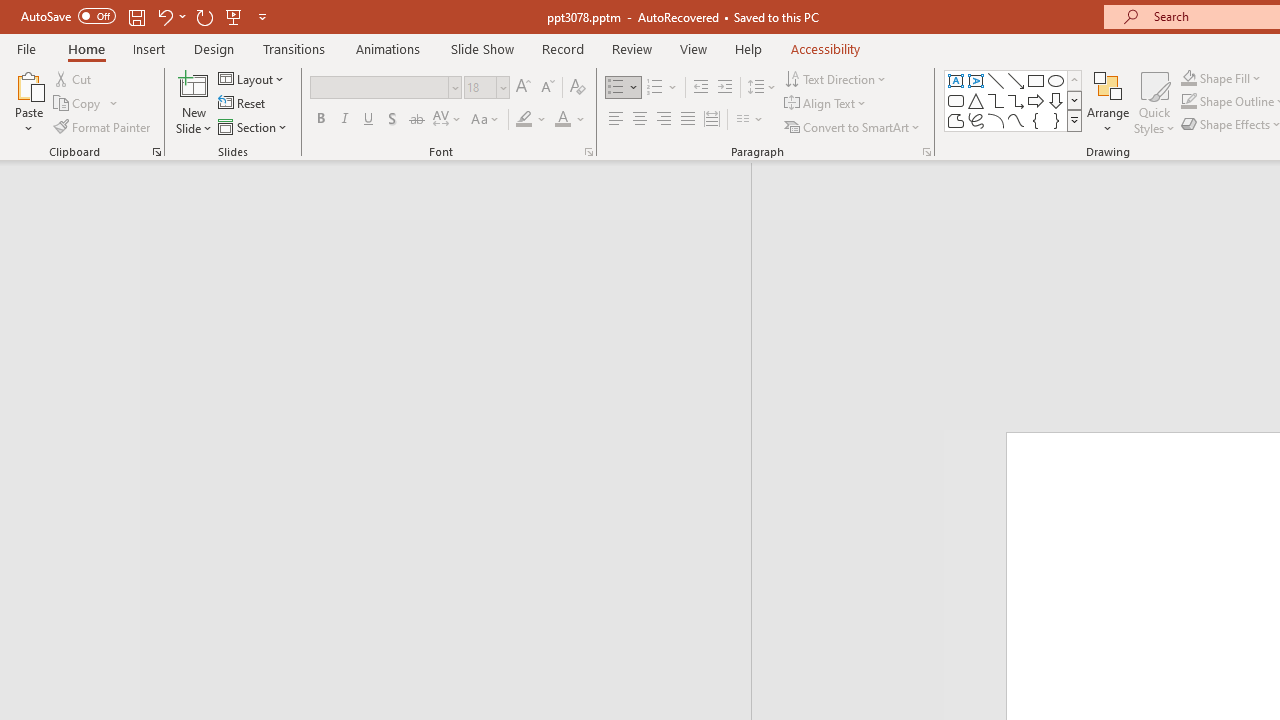 The width and height of the screenshot is (1280, 720). Describe the element at coordinates (576, 86) in the screenshot. I see `'Clear Formatting'` at that location.